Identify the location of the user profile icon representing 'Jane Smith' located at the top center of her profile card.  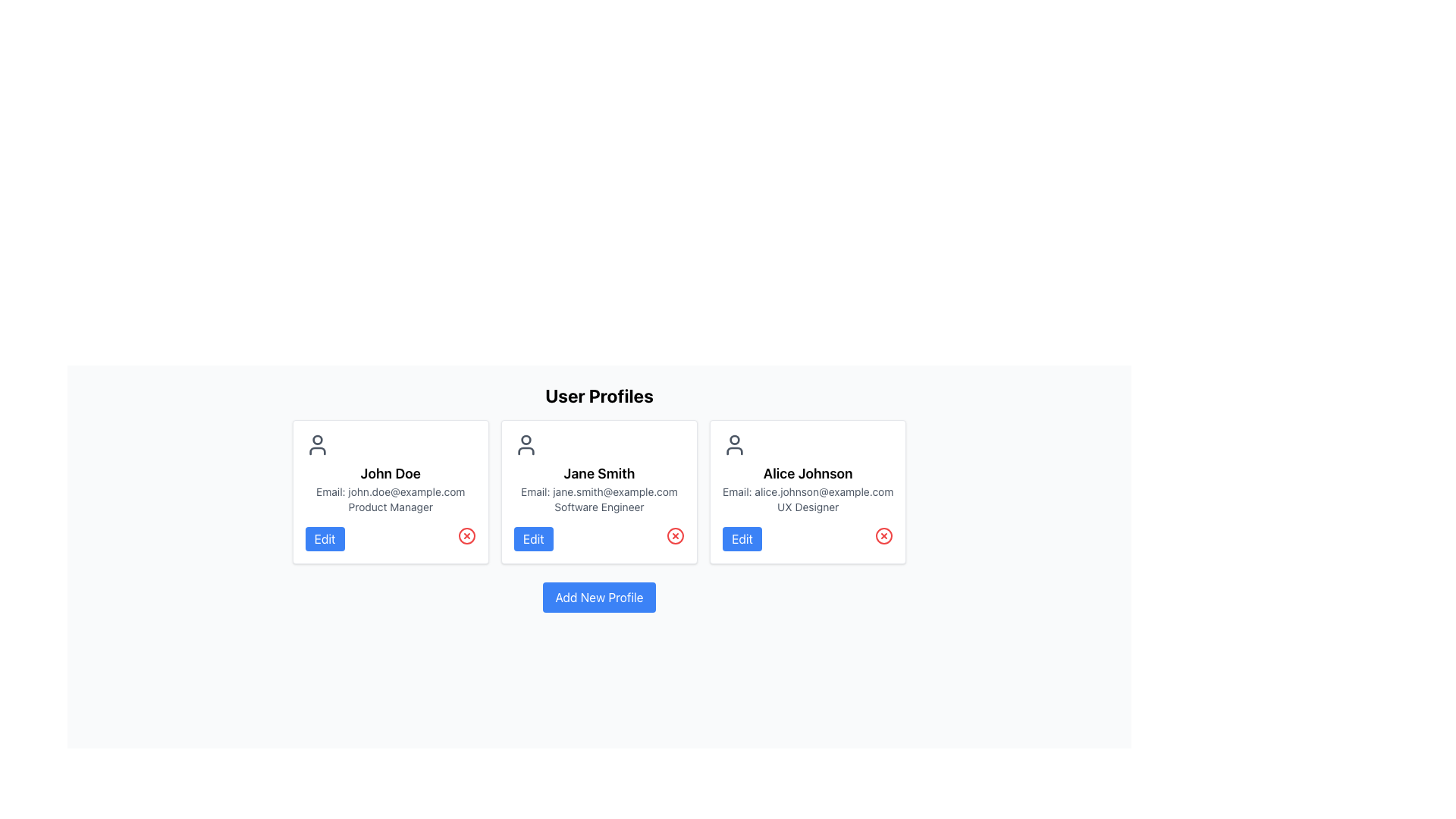
(526, 444).